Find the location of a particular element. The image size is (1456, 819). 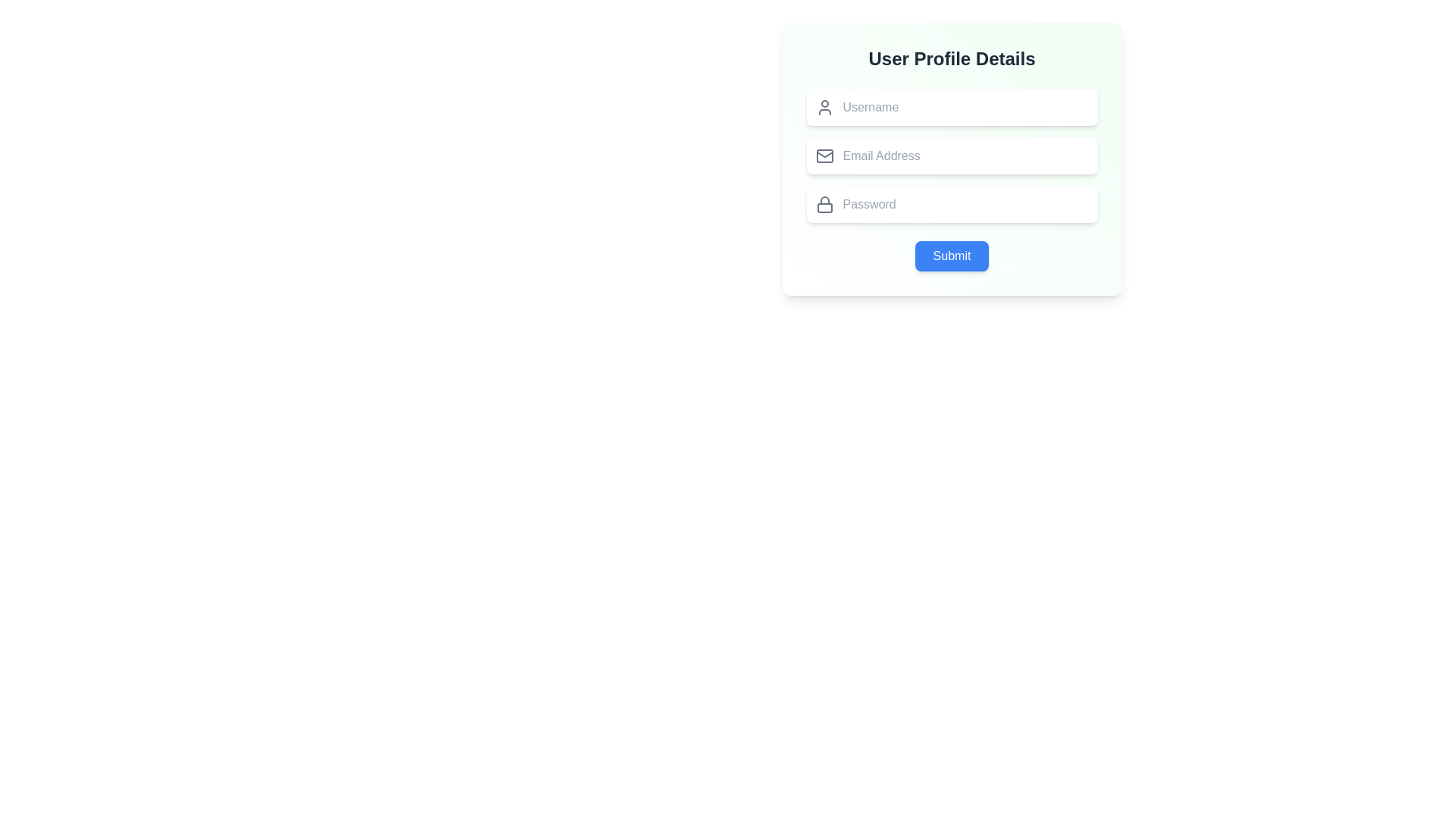

the title Text Label located at the top-center of the form, which indicates the purpose of the input fields and Submit button is located at coordinates (951, 58).